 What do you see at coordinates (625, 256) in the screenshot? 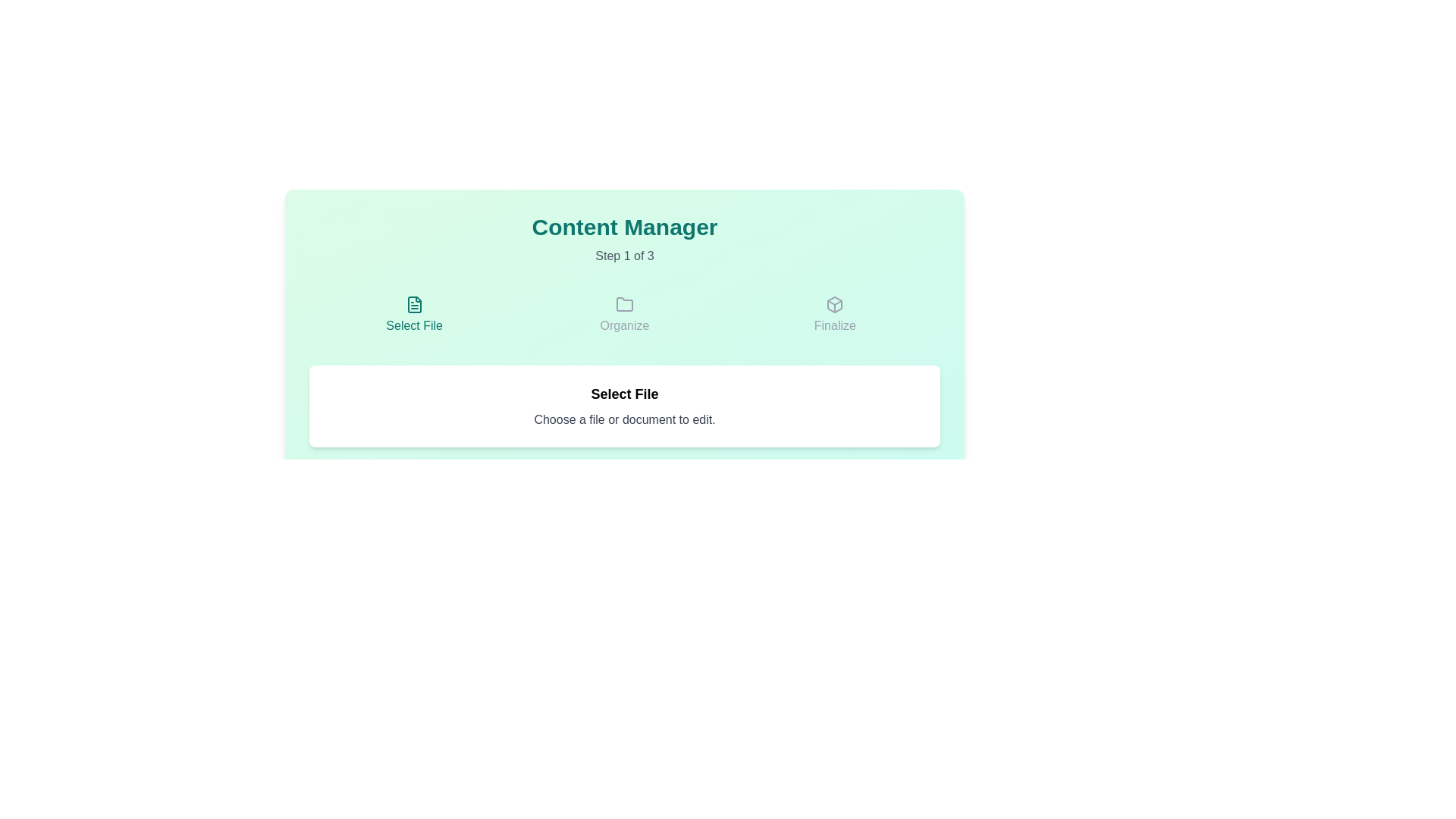
I see `the 'Step 1 of 3' text label` at bounding box center [625, 256].